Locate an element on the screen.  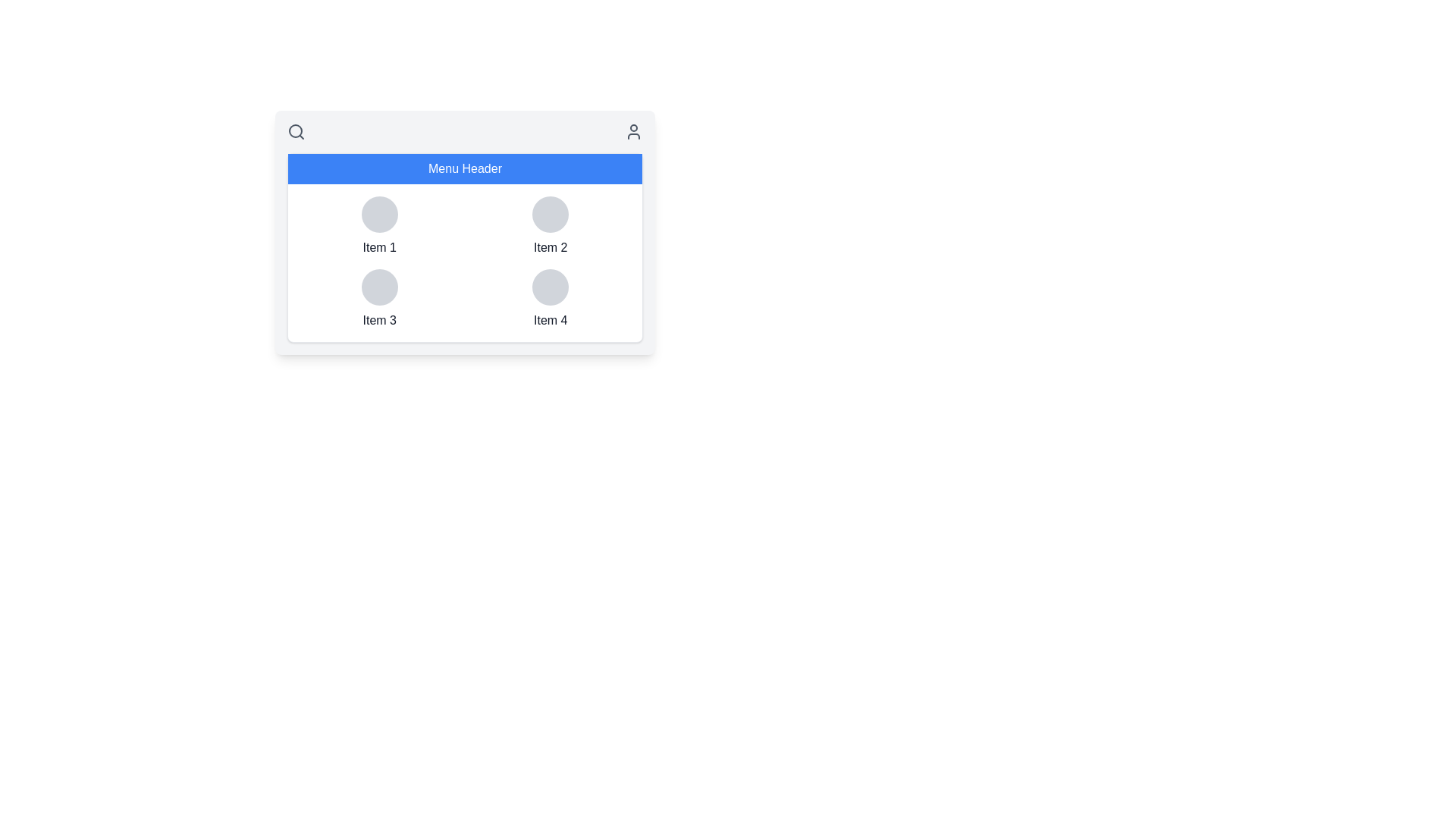
the magnifying glass icon button is located at coordinates (296, 130).